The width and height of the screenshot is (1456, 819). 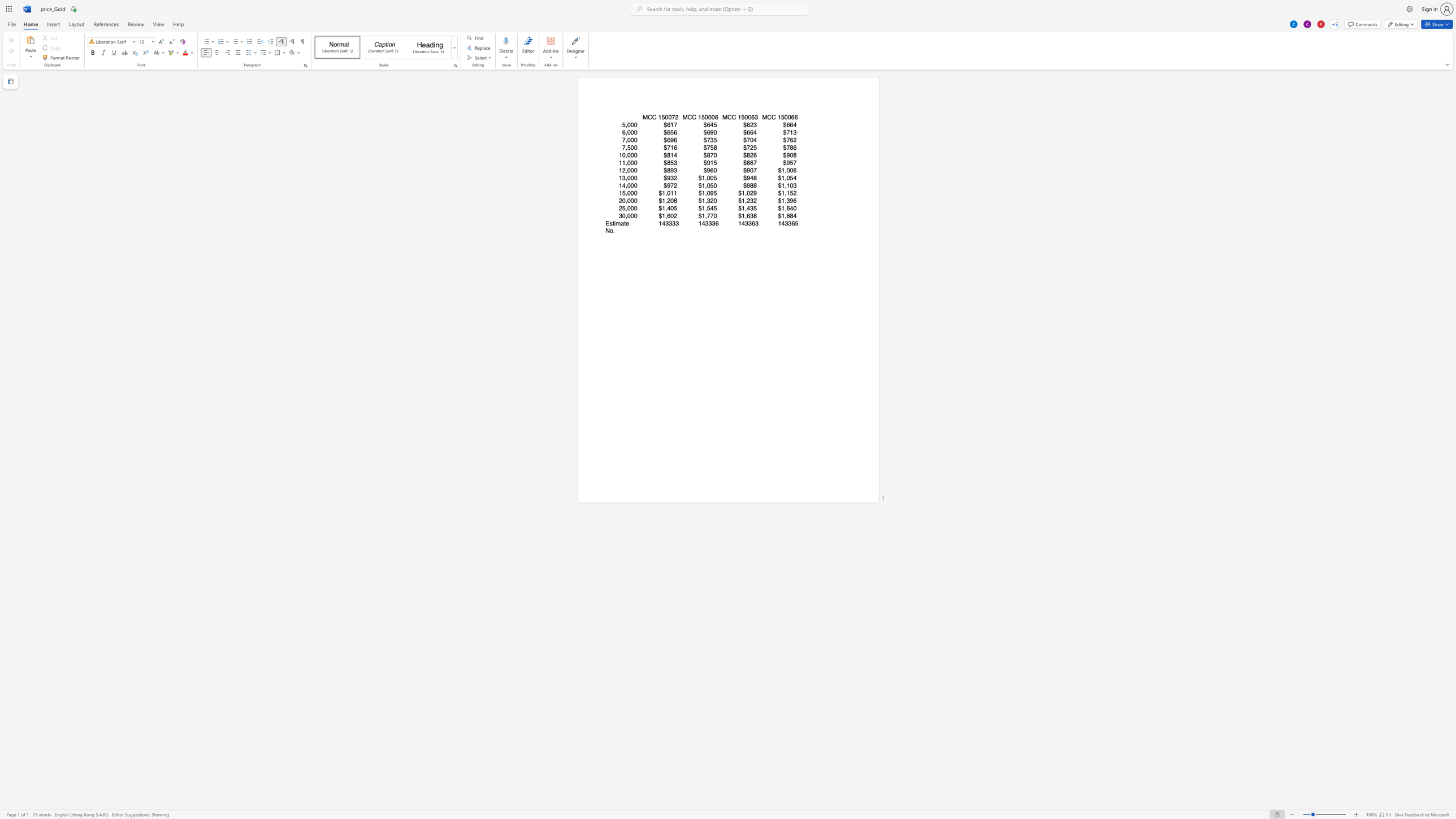 What do you see at coordinates (662, 117) in the screenshot?
I see `the 1th character "5" in the text` at bounding box center [662, 117].